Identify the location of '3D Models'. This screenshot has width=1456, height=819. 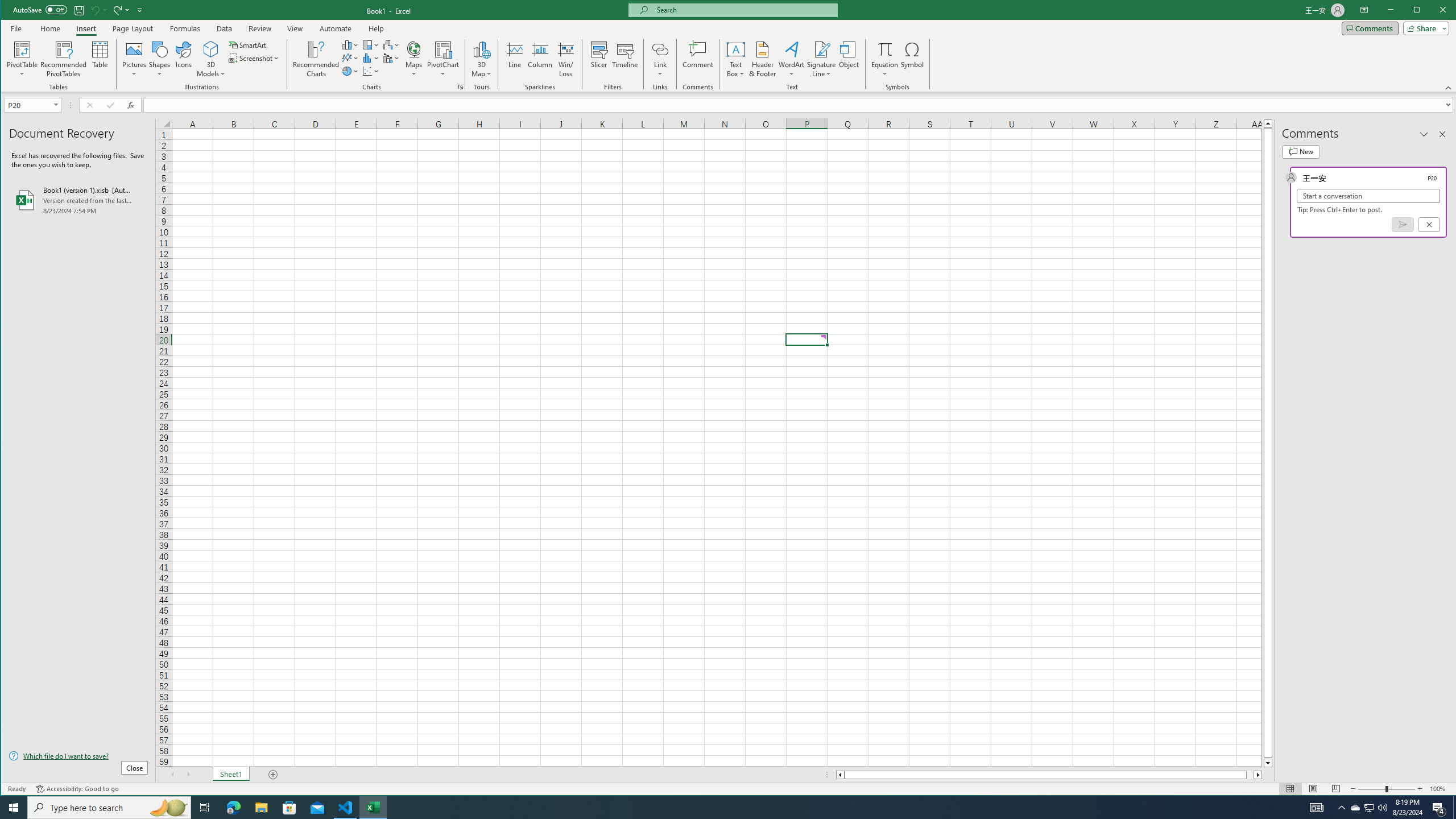
(210, 59).